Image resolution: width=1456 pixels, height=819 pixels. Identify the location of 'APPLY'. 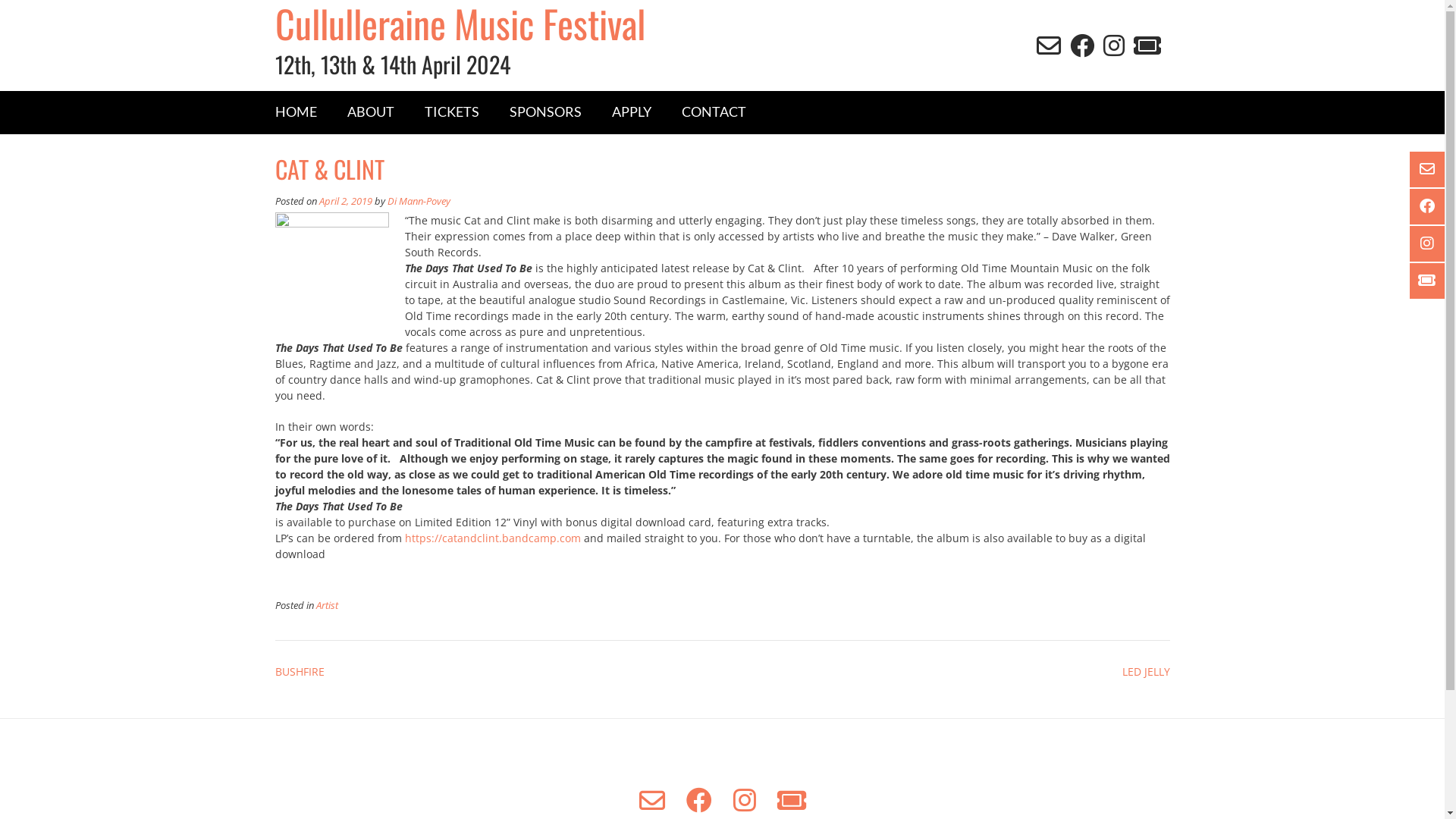
(595, 111).